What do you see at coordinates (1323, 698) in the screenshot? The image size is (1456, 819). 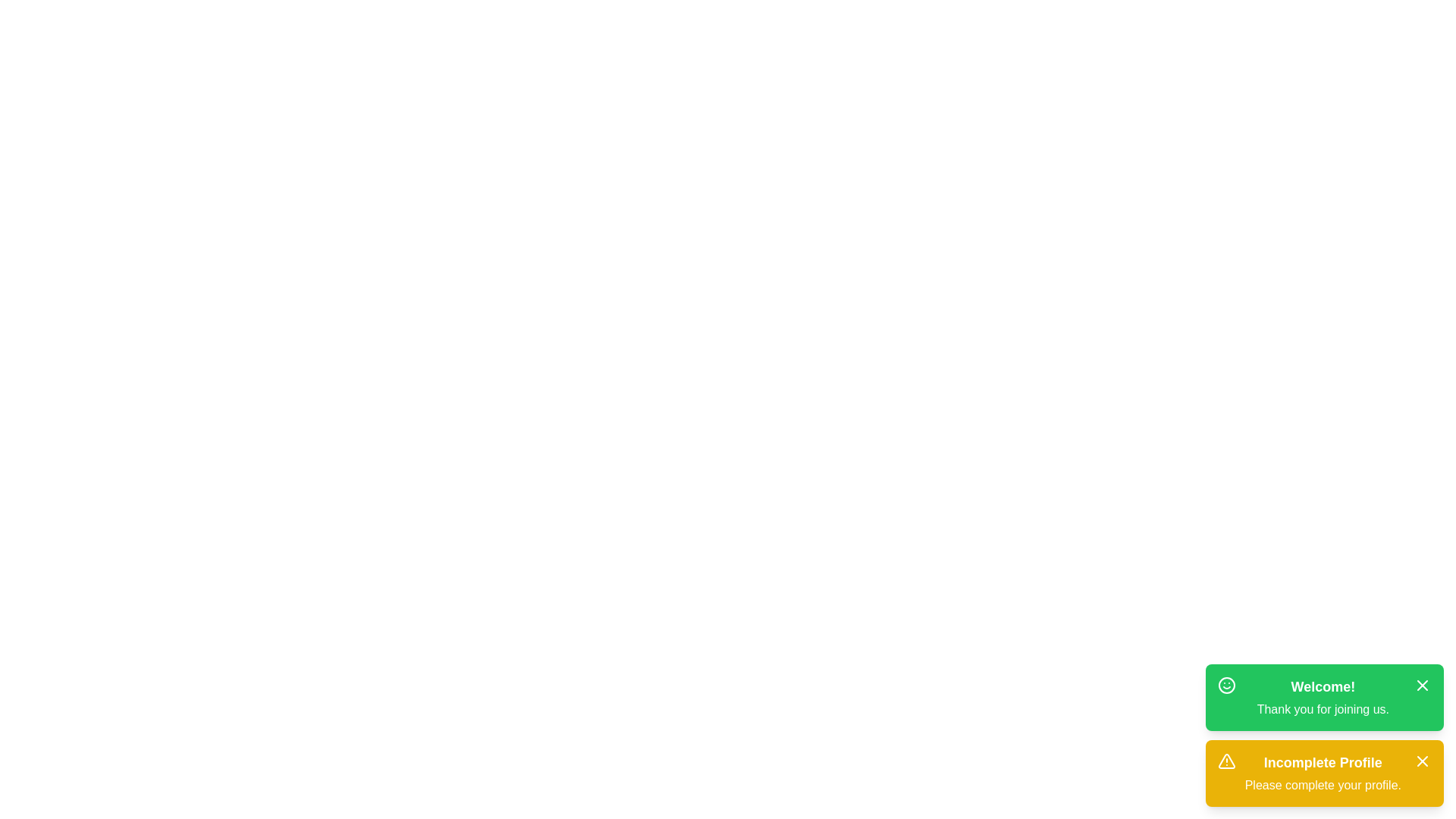 I see `the notification to highlight it for reading` at bounding box center [1323, 698].